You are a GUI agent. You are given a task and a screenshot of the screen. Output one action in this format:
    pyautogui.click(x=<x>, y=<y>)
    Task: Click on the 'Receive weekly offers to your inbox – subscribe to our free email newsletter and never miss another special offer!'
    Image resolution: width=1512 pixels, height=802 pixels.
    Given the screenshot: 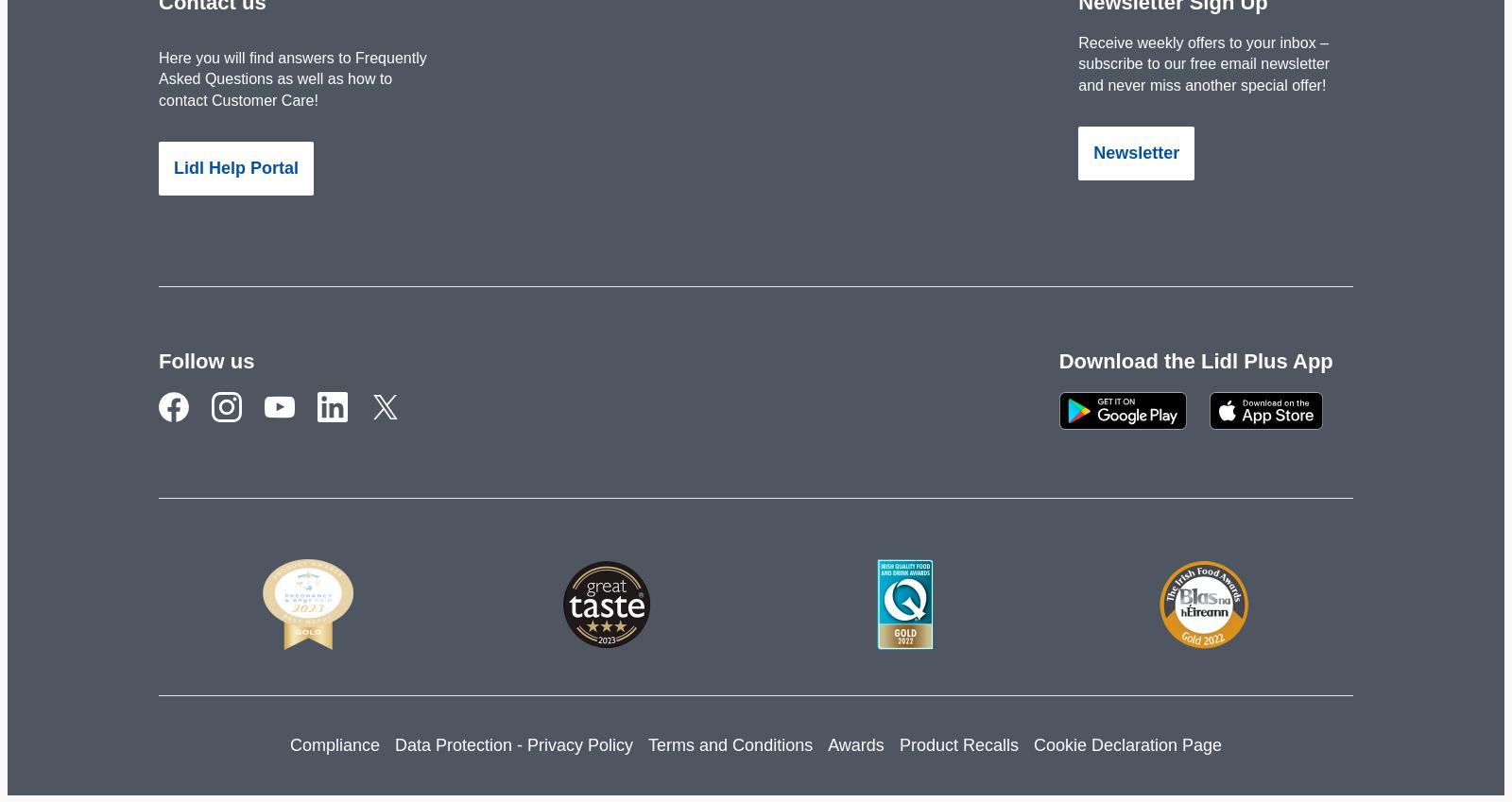 What is the action you would take?
    pyautogui.click(x=1203, y=62)
    